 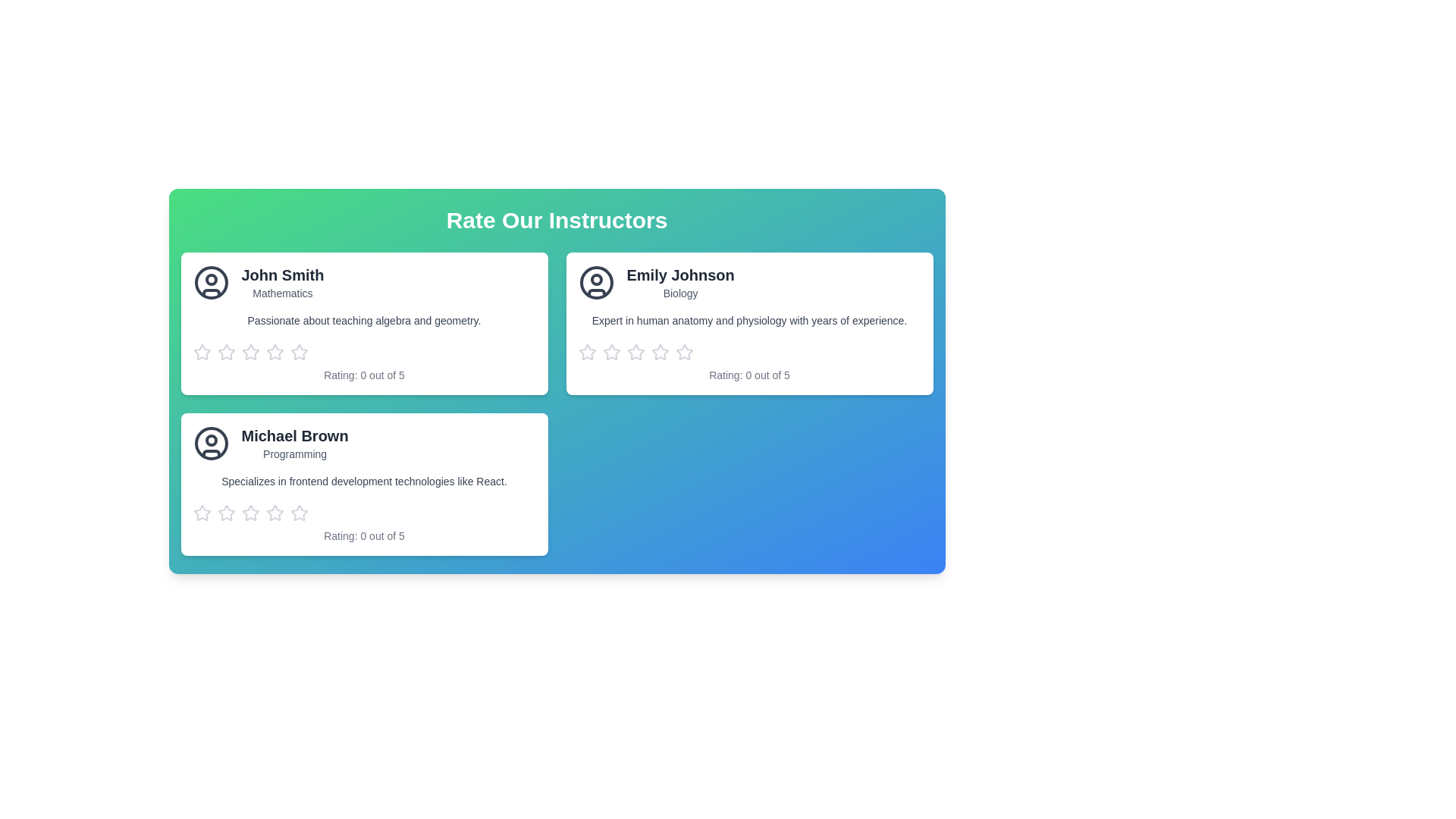 I want to click on the text displaying 'Passionate about teaching algebra and geometry.' located within the card titled 'John Smith.', so click(x=364, y=320).